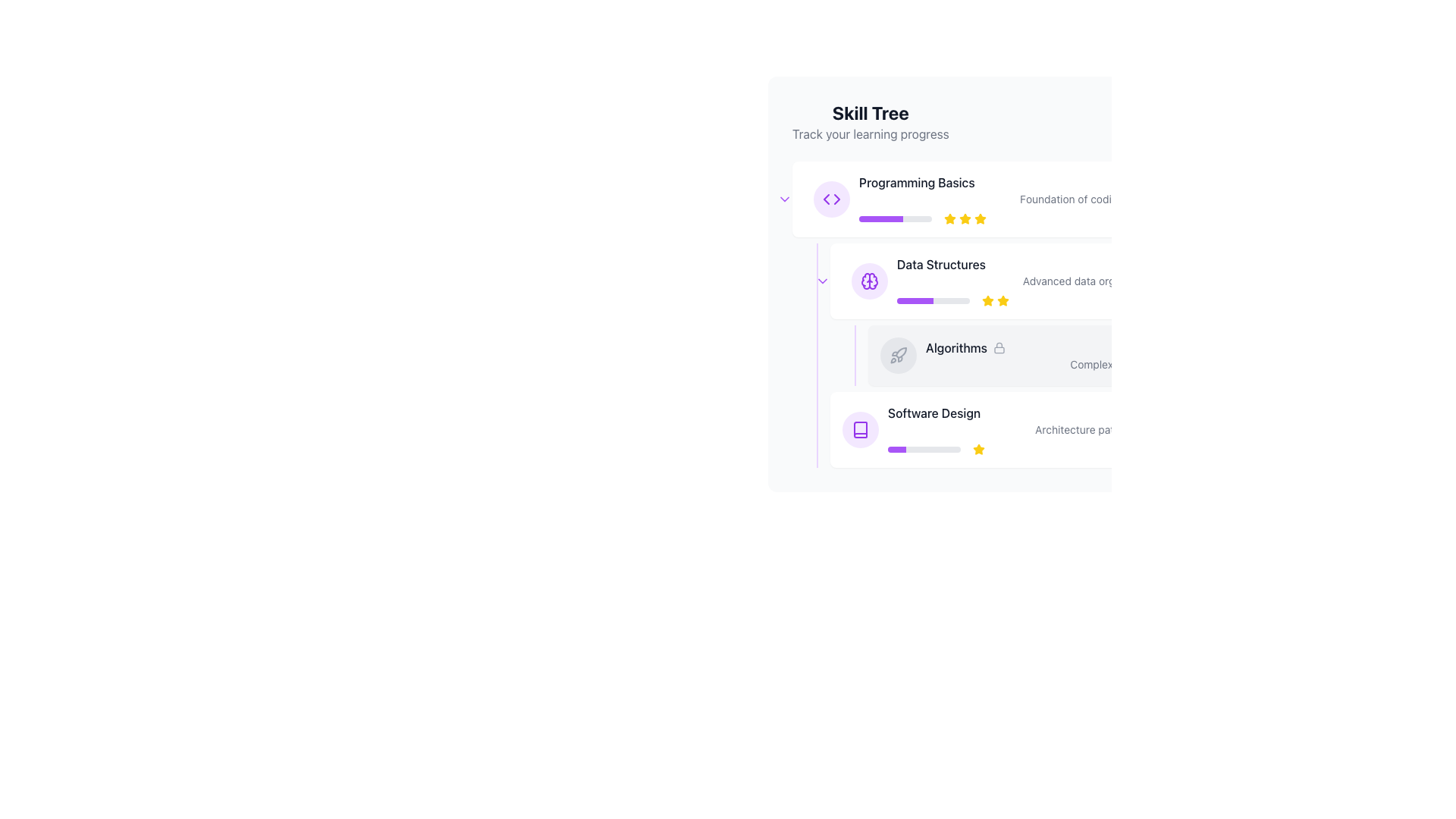 The image size is (1456, 819). I want to click on the 'Data Structures' skill card in the skill tree interface, which is the second card in the vertical list, positioned between 'Programming Basics' and 'Algorithms', so click(1090, 281).